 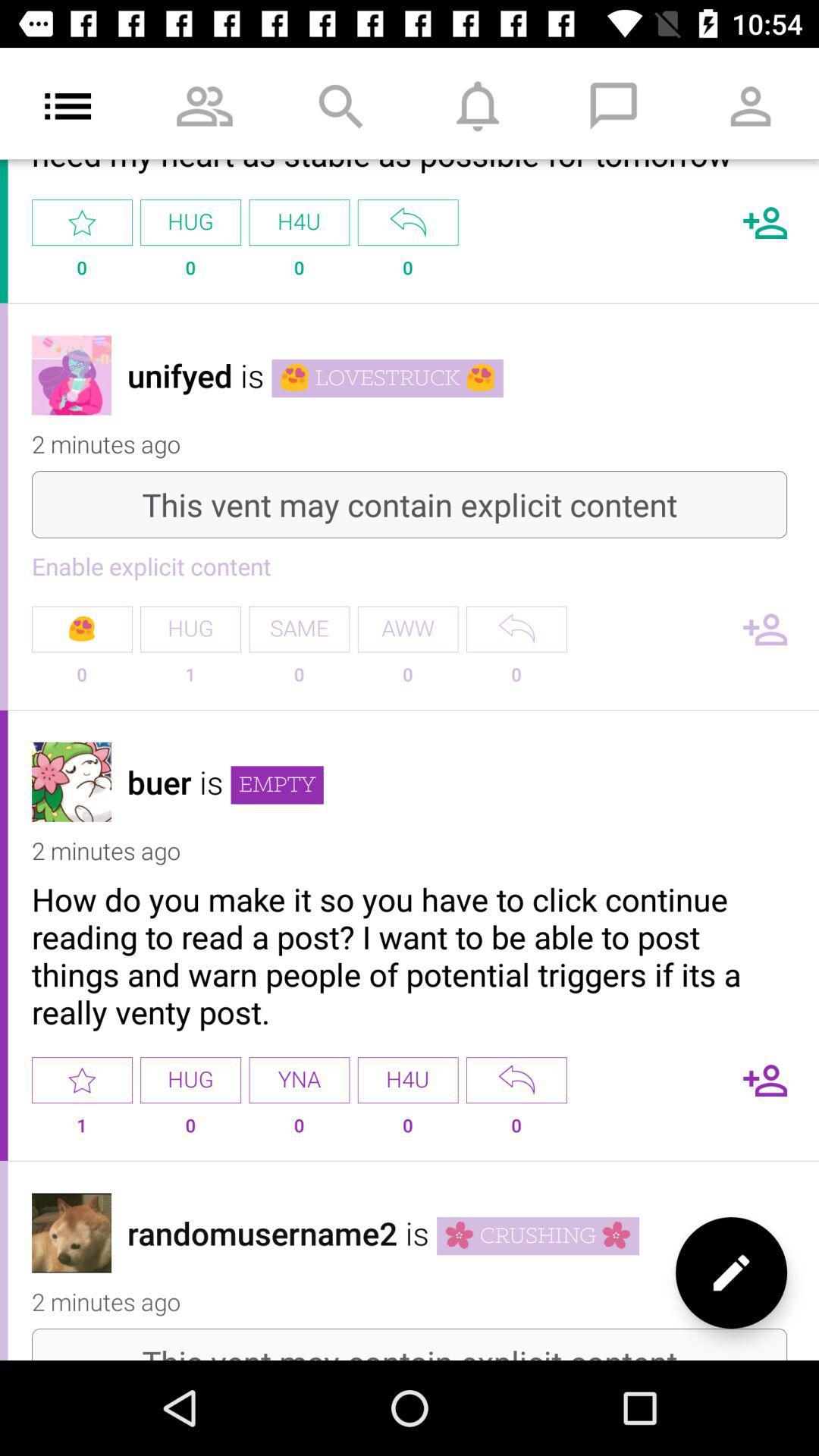 What do you see at coordinates (516, 629) in the screenshot?
I see `reply to post` at bounding box center [516, 629].